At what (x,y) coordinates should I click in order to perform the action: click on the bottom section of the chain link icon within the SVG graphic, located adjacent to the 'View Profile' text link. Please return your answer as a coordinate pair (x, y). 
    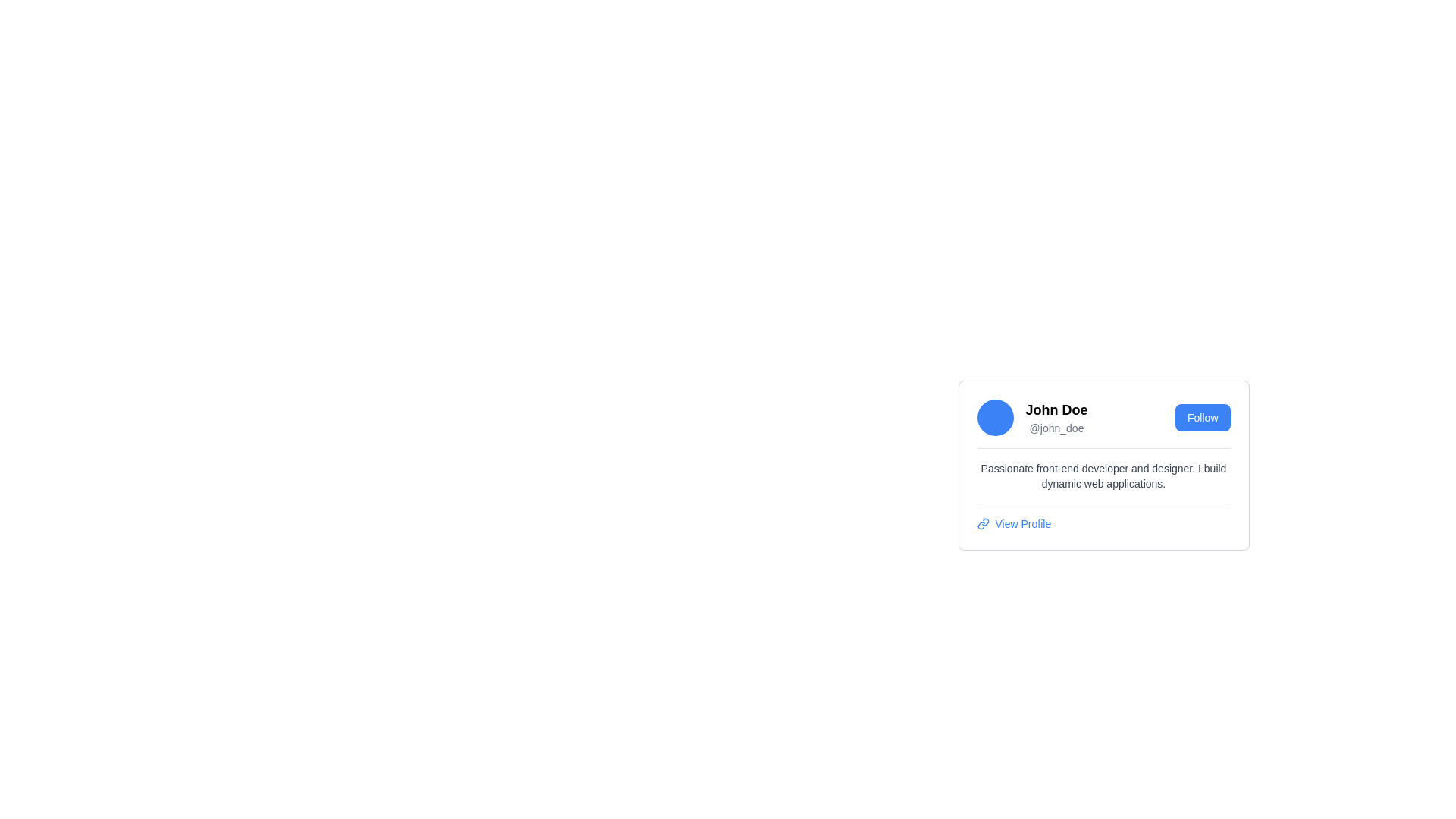
    Looking at the image, I should click on (981, 525).